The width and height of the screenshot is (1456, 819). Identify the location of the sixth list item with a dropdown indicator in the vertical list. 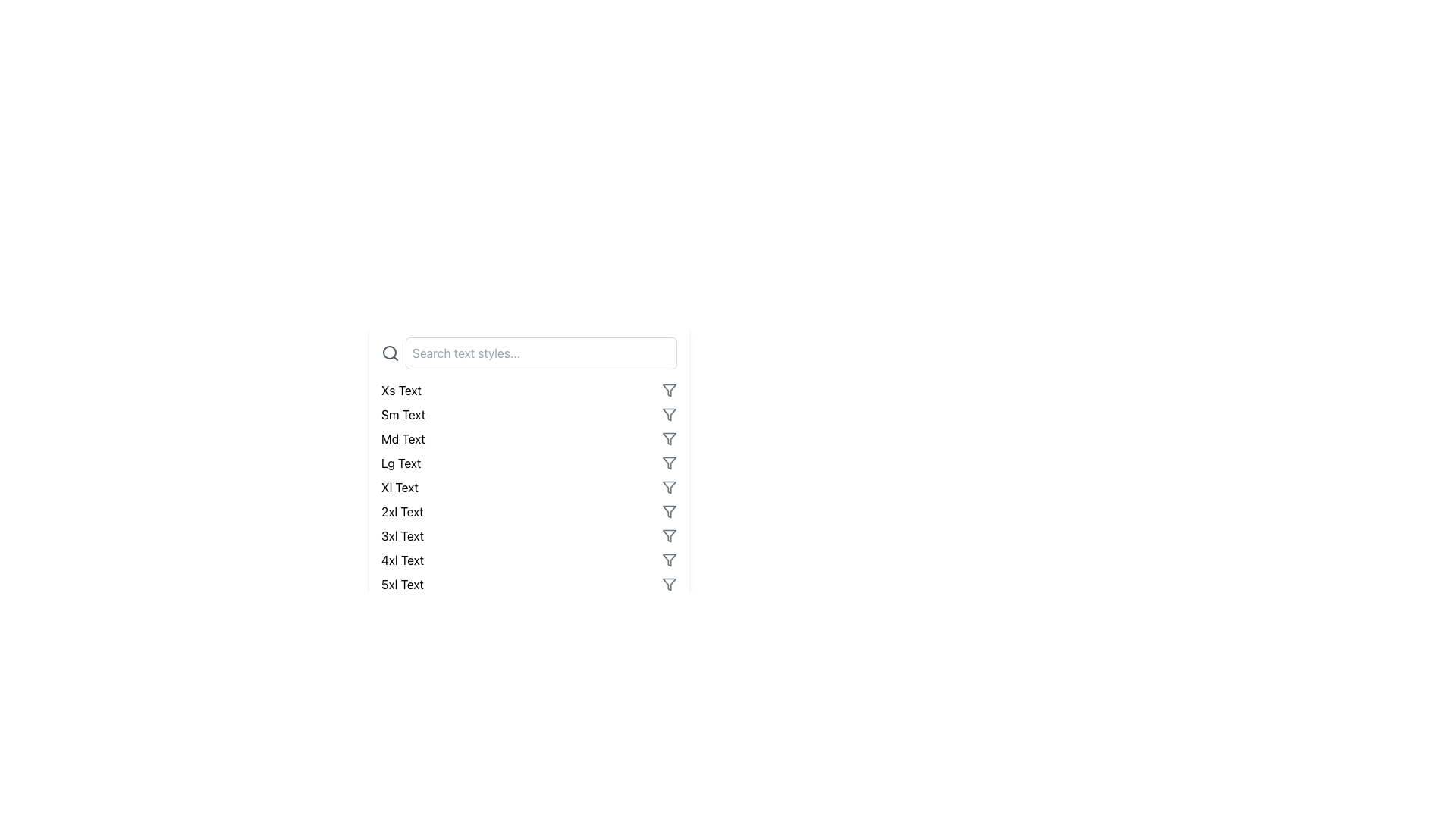
(529, 512).